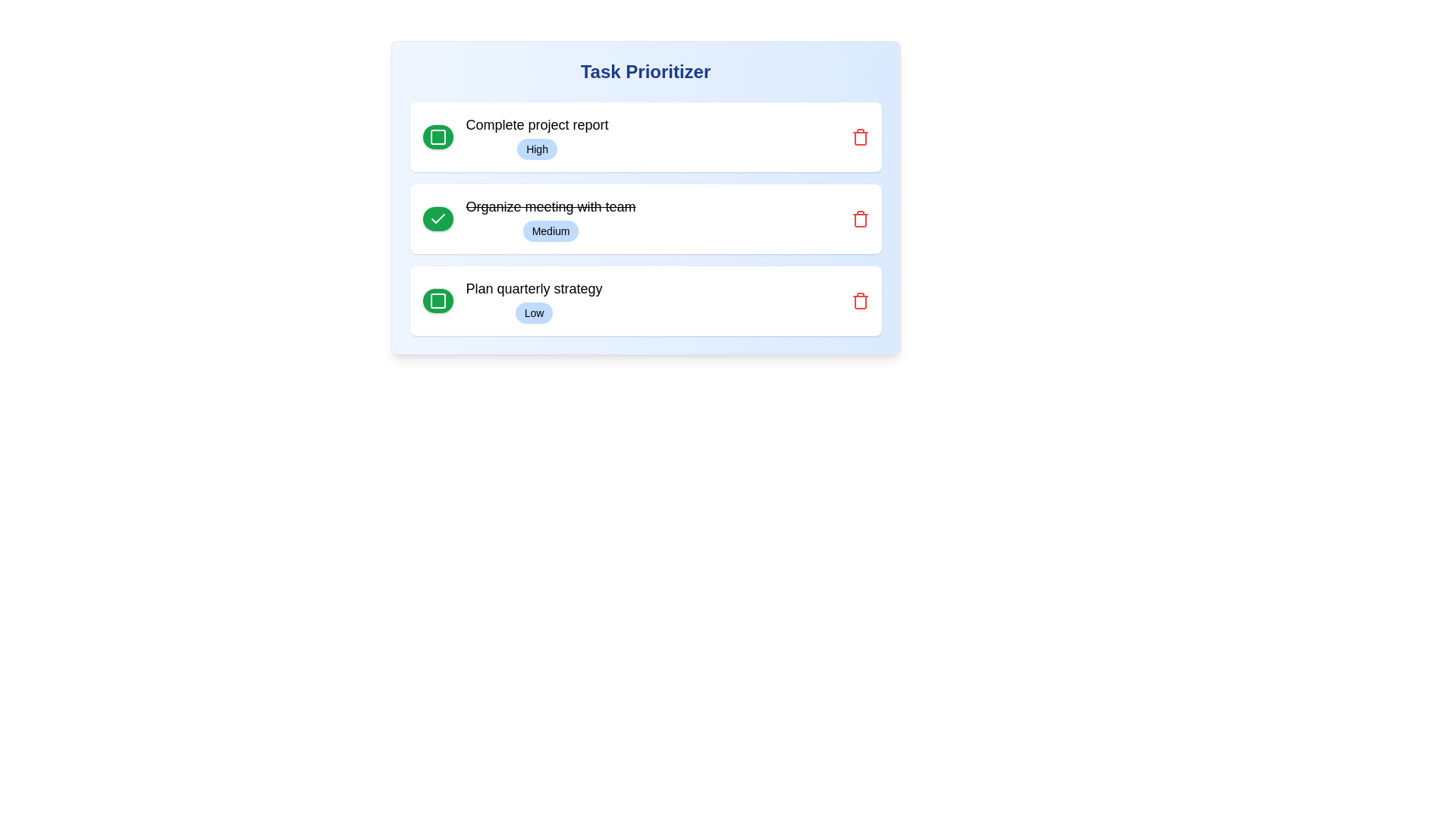  What do you see at coordinates (437, 301) in the screenshot?
I see `the green circular button with a white border and rounded corners, located to the left of the text 'Plan quarterly strategy'` at bounding box center [437, 301].